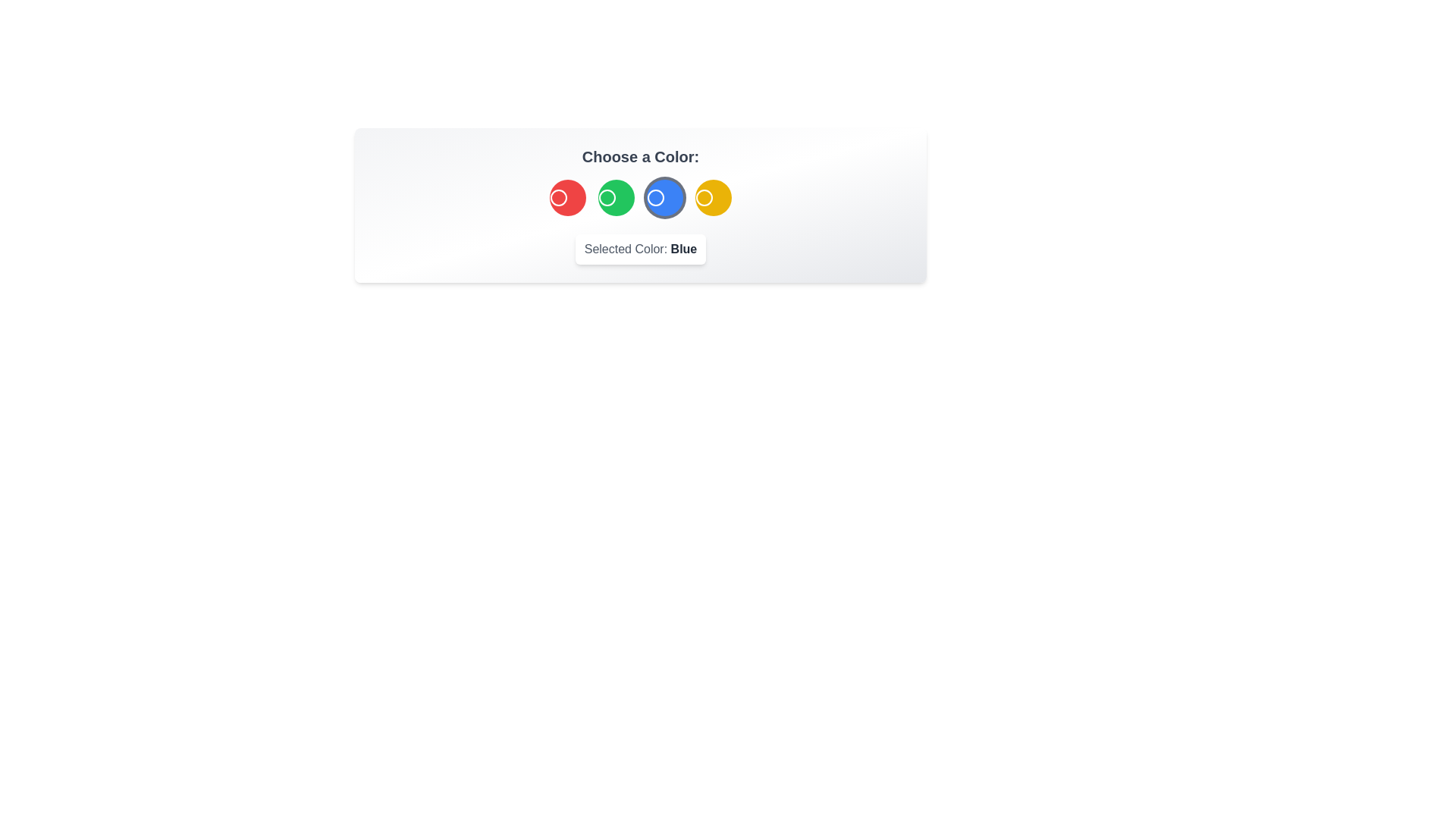 The image size is (1456, 819). I want to click on the Red color by clicking the corresponding button, so click(566, 197).